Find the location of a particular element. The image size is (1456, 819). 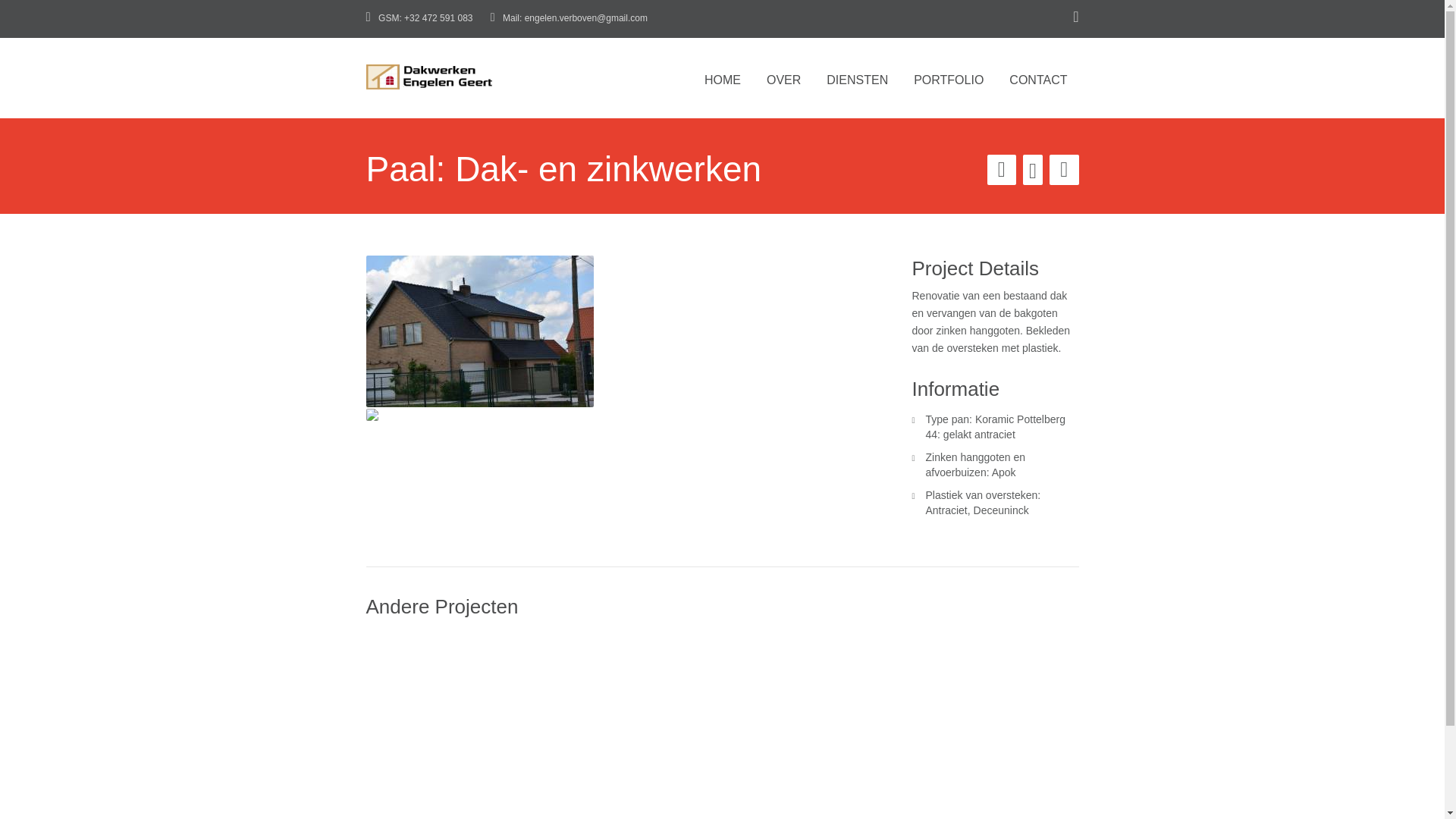

'Zinken hanggoten en afvoerbuizen: Apok' is located at coordinates (924, 464).